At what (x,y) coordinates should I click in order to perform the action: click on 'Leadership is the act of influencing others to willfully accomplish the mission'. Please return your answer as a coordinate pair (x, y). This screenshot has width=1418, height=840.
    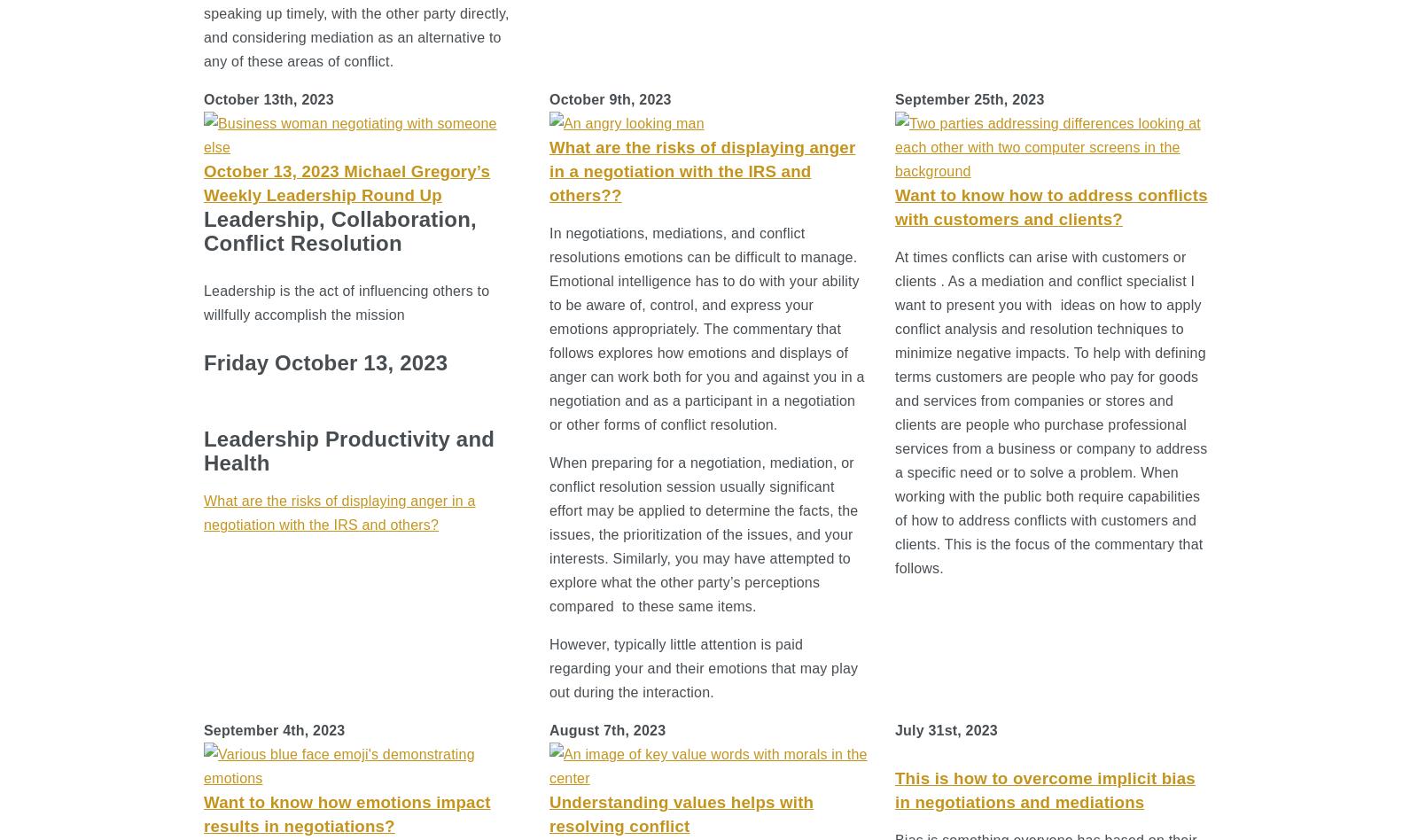
    Looking at the image, I should click on (347, 303).